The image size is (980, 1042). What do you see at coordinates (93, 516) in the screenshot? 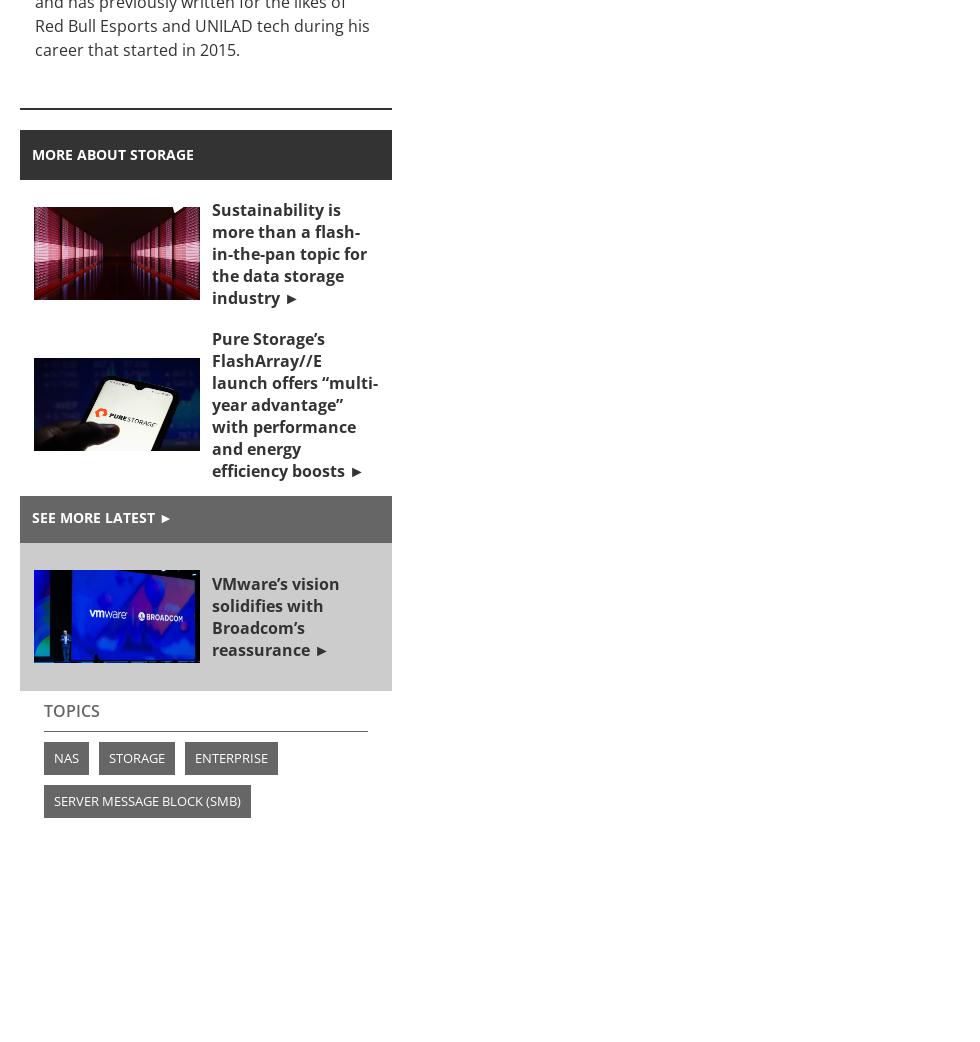
I see `'See more latest'` at bounding box center [93, 516].